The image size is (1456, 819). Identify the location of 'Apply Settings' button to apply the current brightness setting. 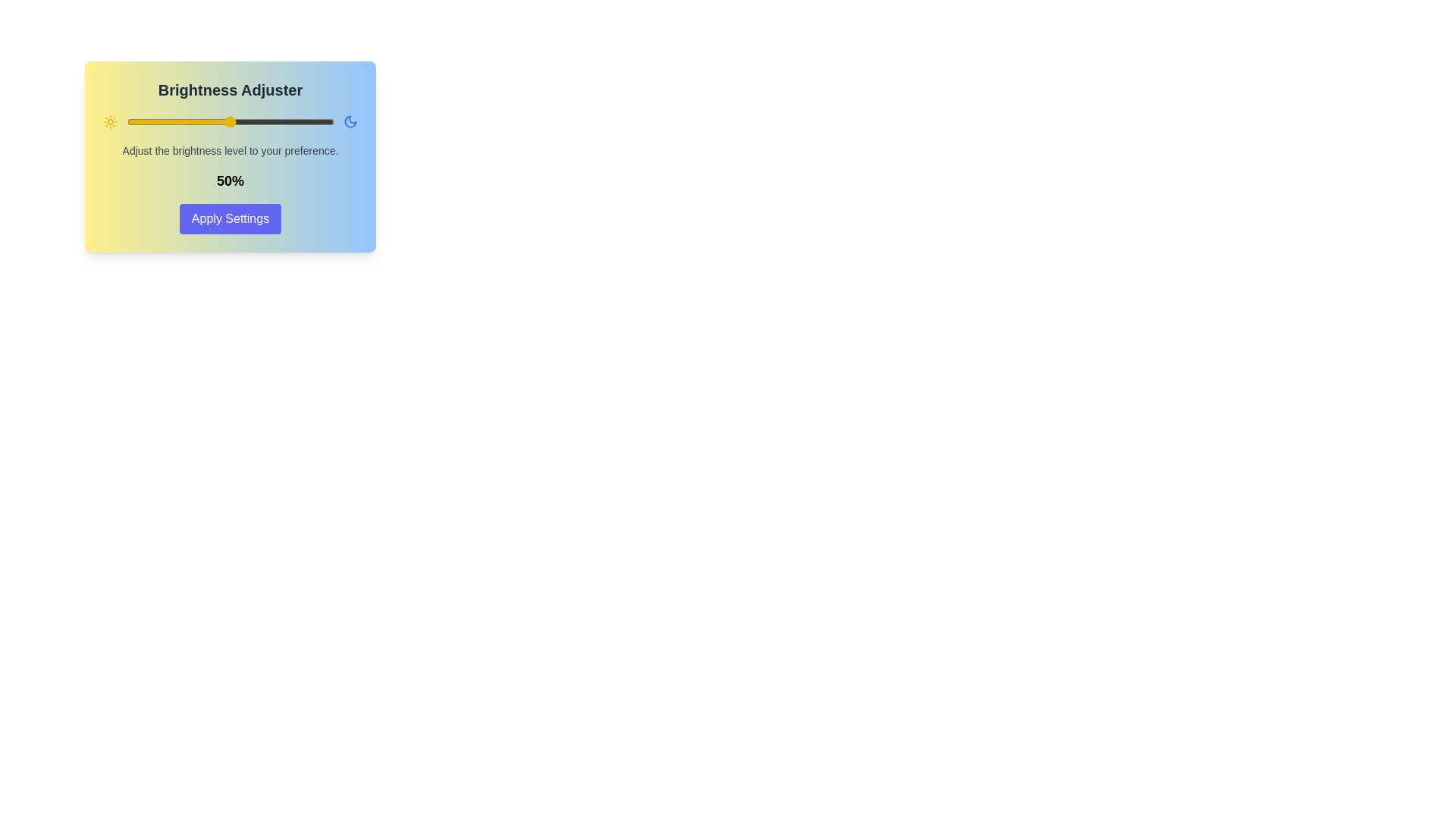
(229, 219).